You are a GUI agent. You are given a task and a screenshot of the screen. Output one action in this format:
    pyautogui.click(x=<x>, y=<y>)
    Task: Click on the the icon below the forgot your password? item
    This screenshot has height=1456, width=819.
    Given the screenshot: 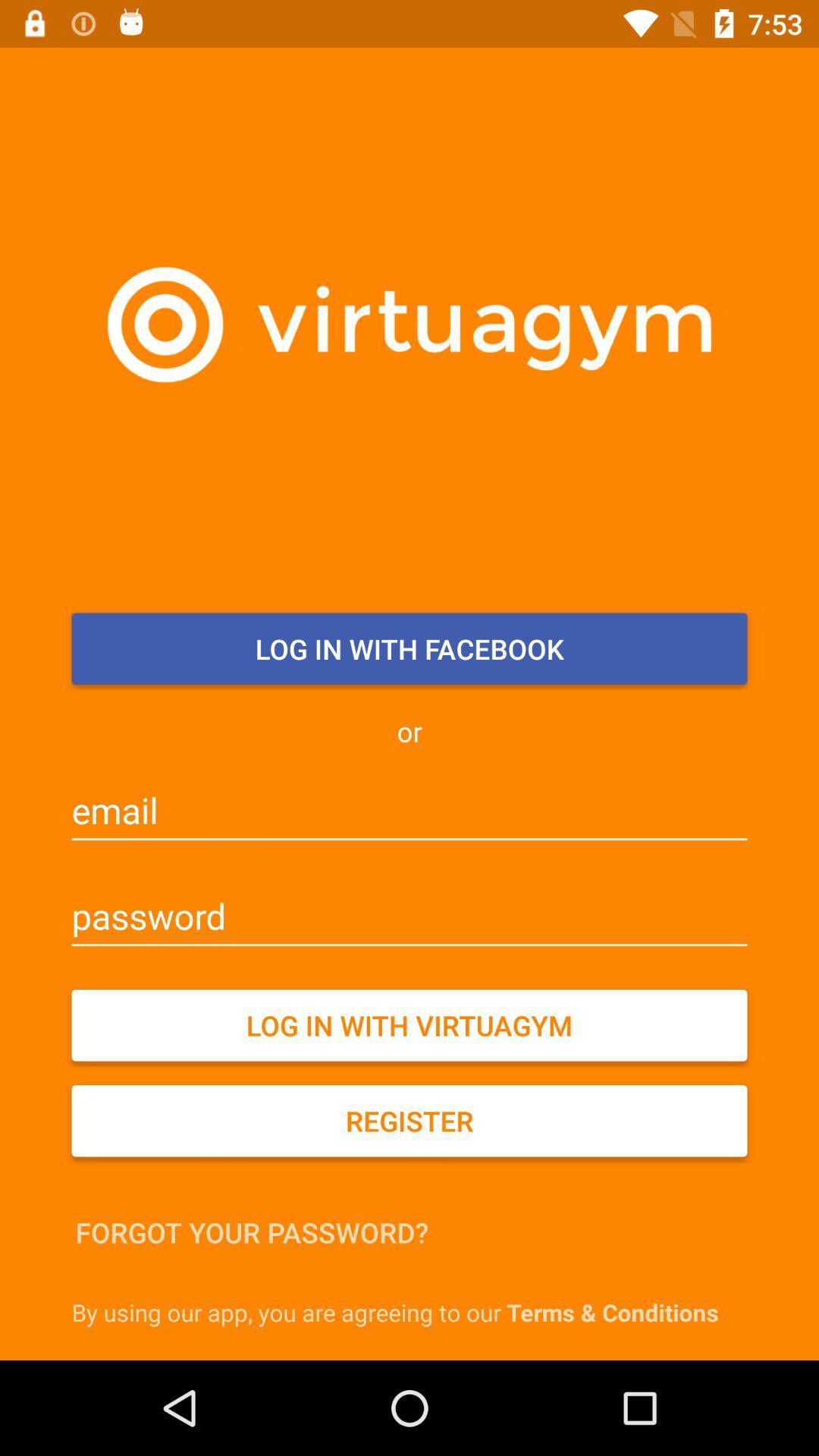 What is the action you would take?
    pyautogui.click(x=413, y=1311)
    